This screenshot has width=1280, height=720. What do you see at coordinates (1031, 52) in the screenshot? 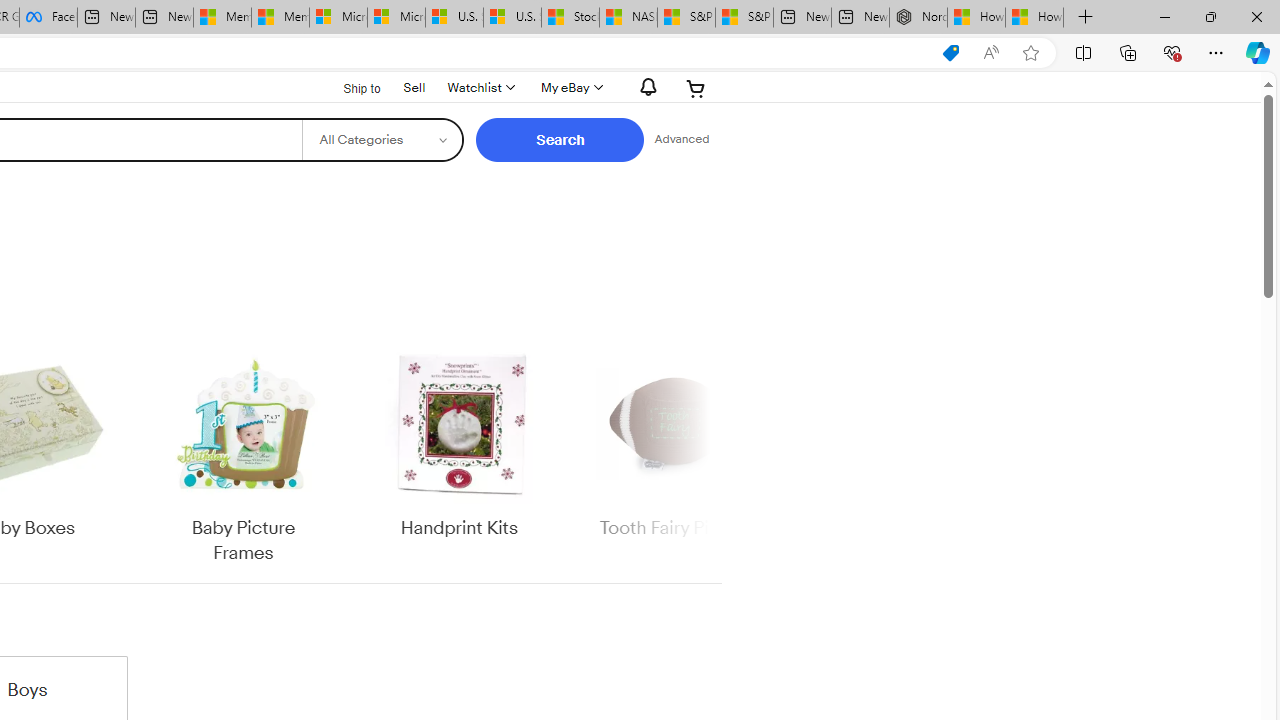
I see `'Add this page to favorites (Ctrl+D)'` at bounding box center [1031, 52].